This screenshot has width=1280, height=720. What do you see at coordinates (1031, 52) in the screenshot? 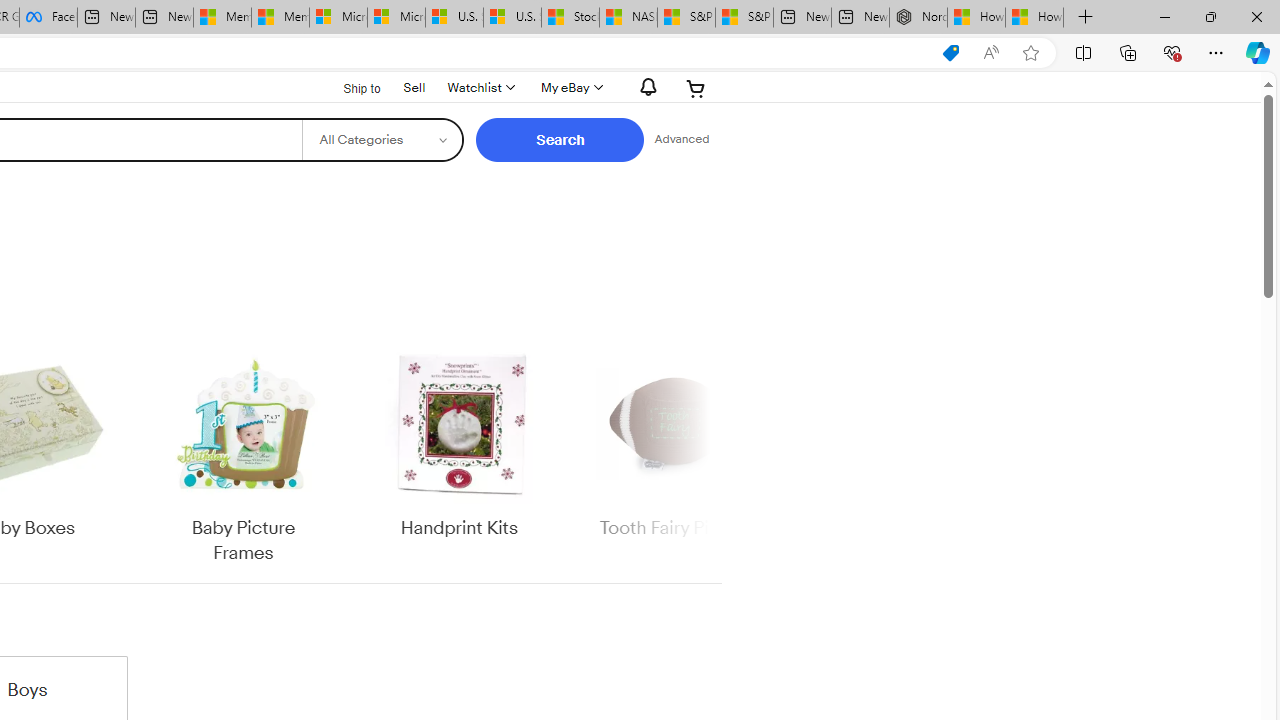
I see `'Add this page to favorites (Ctrl+D)'` at bounding box center [1031, 52].